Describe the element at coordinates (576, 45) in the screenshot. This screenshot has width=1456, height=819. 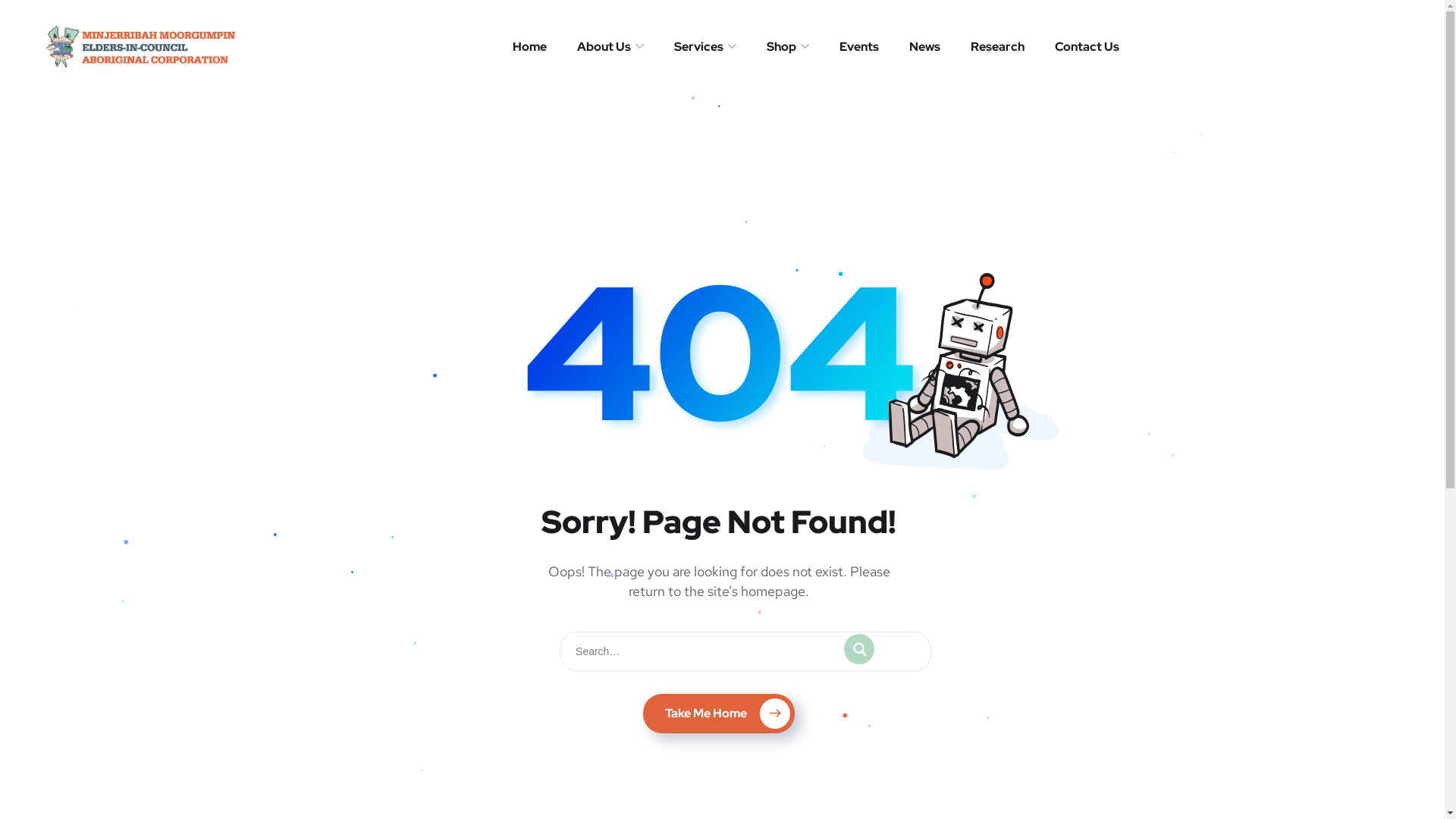
I see `'About Us'` at that location.